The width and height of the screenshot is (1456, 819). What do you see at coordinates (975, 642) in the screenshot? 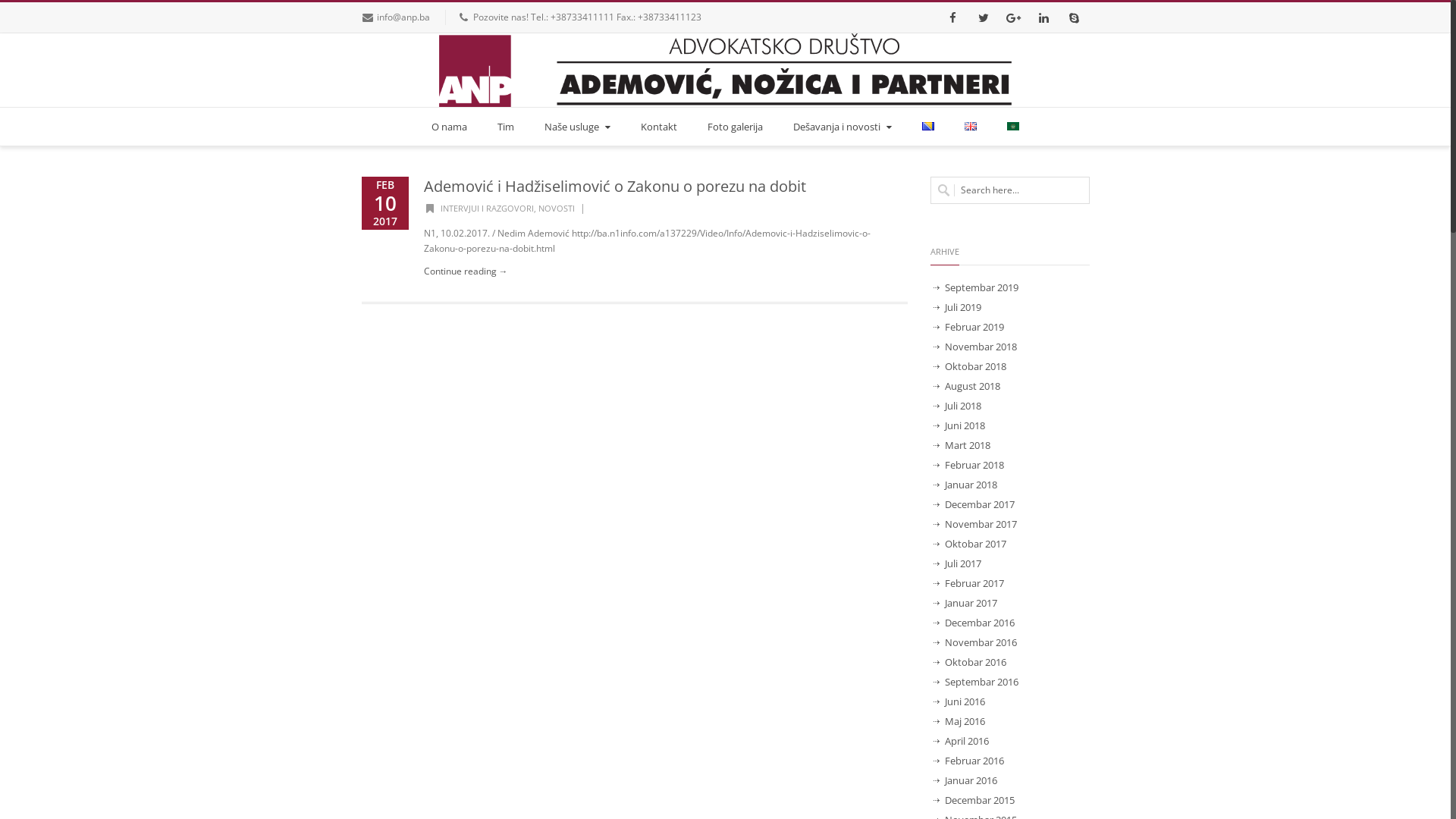
I see `'Novembar 2016'` at bounding box center [975, 642].